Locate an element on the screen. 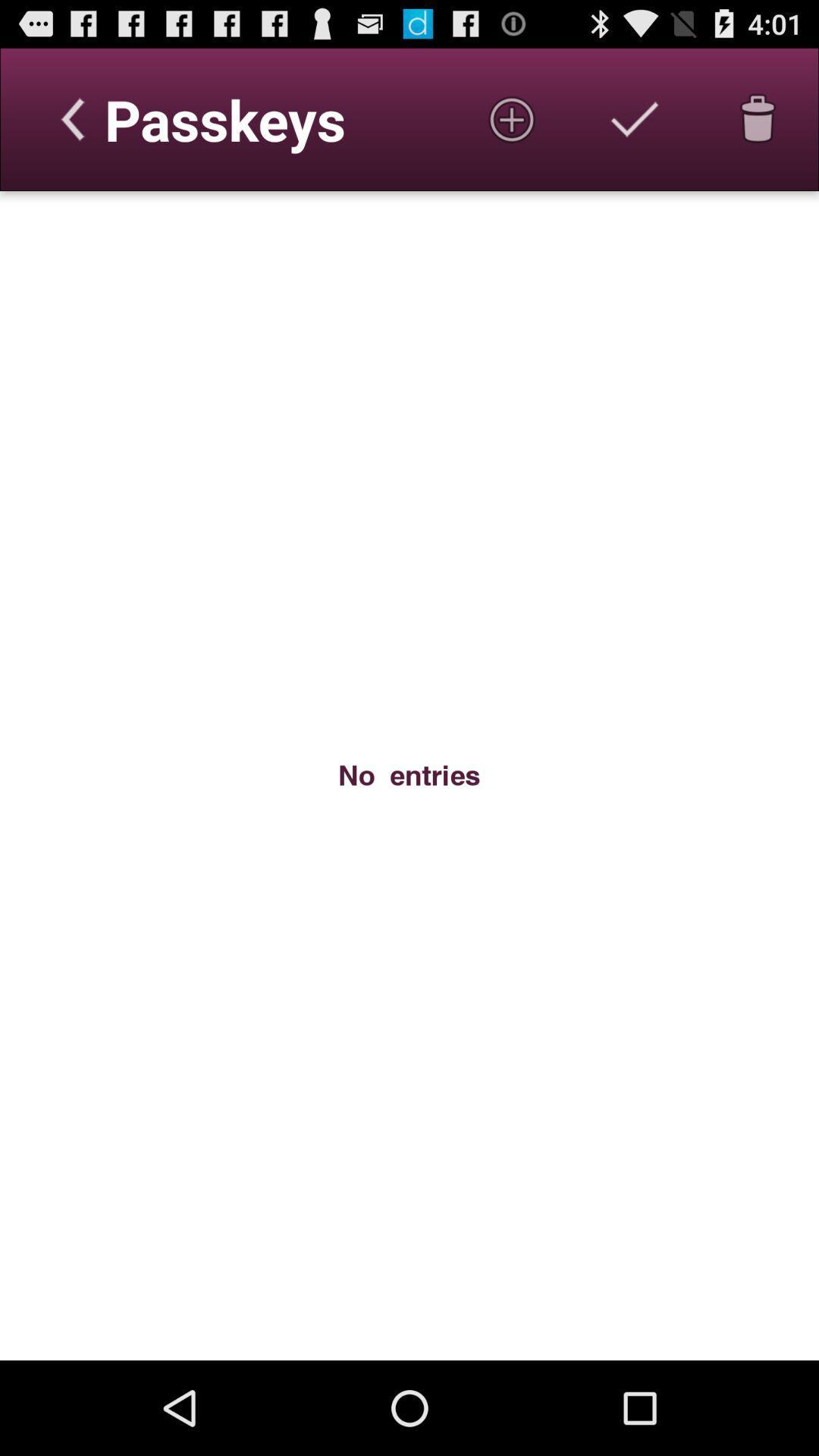  item is located at coordinates (512, 118).